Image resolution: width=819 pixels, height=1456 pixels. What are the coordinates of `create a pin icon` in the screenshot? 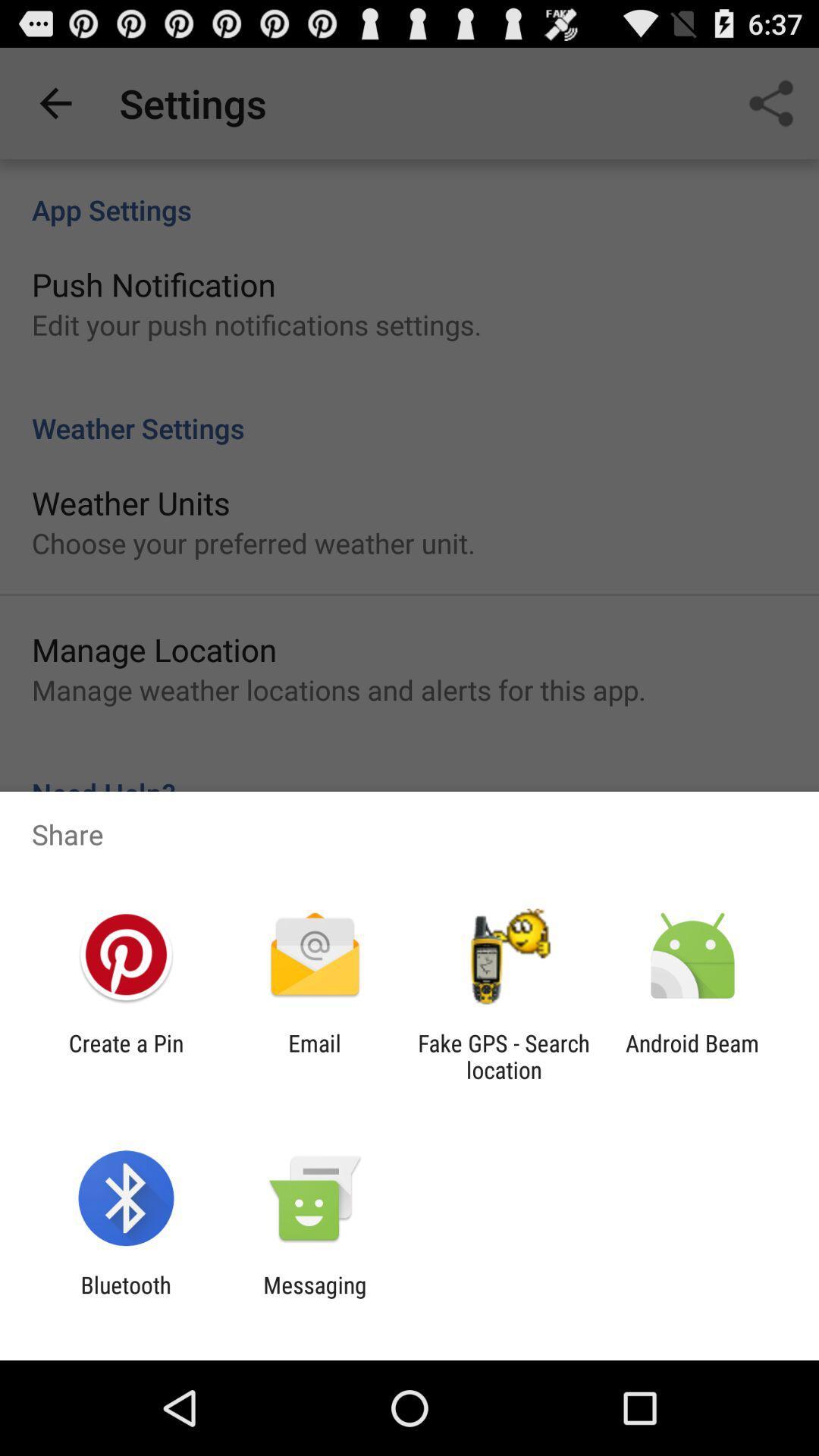 It's located at (125, 1056).